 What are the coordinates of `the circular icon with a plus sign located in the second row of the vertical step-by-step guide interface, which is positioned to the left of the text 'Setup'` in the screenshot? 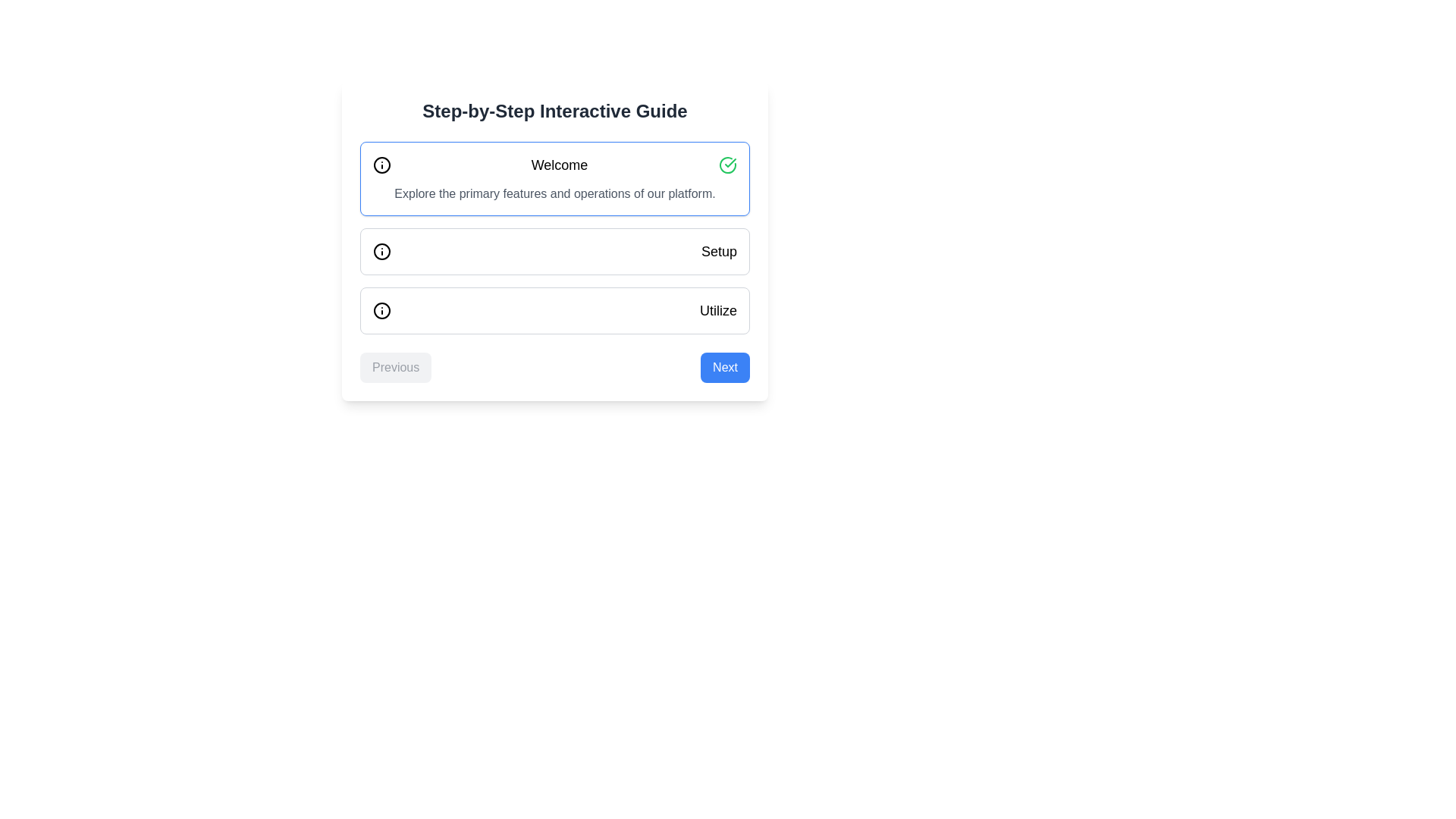 It's located at (382, 250).